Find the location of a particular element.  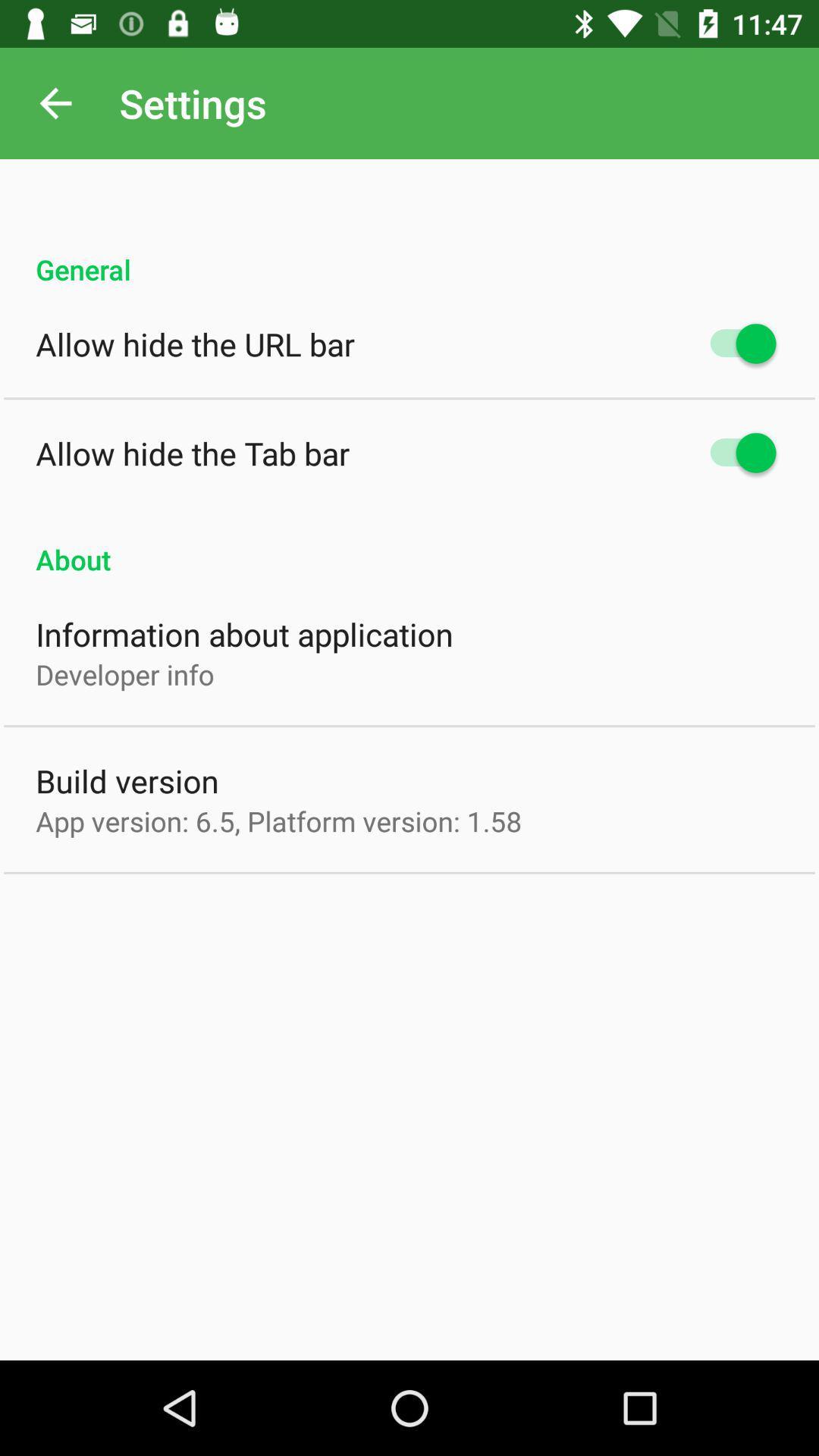

item above general is located at coordinates (55, 102).